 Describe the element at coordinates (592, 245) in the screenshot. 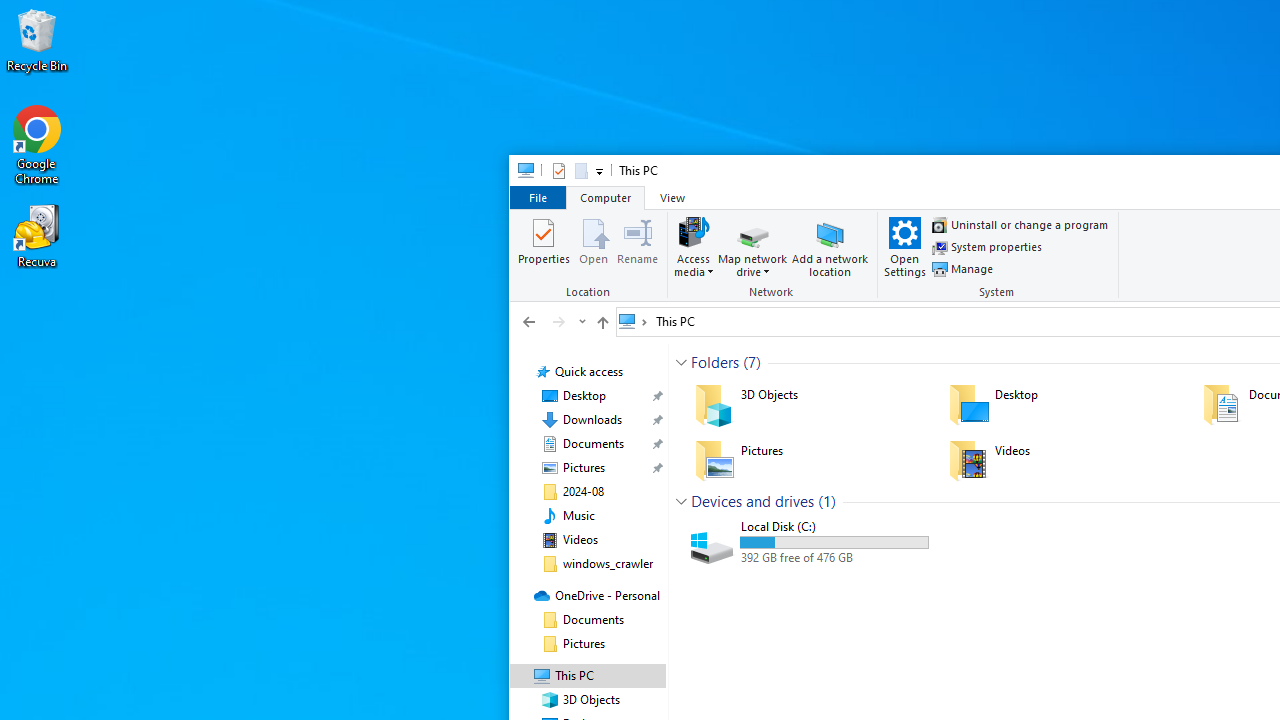

I see `'Open'` at that location.